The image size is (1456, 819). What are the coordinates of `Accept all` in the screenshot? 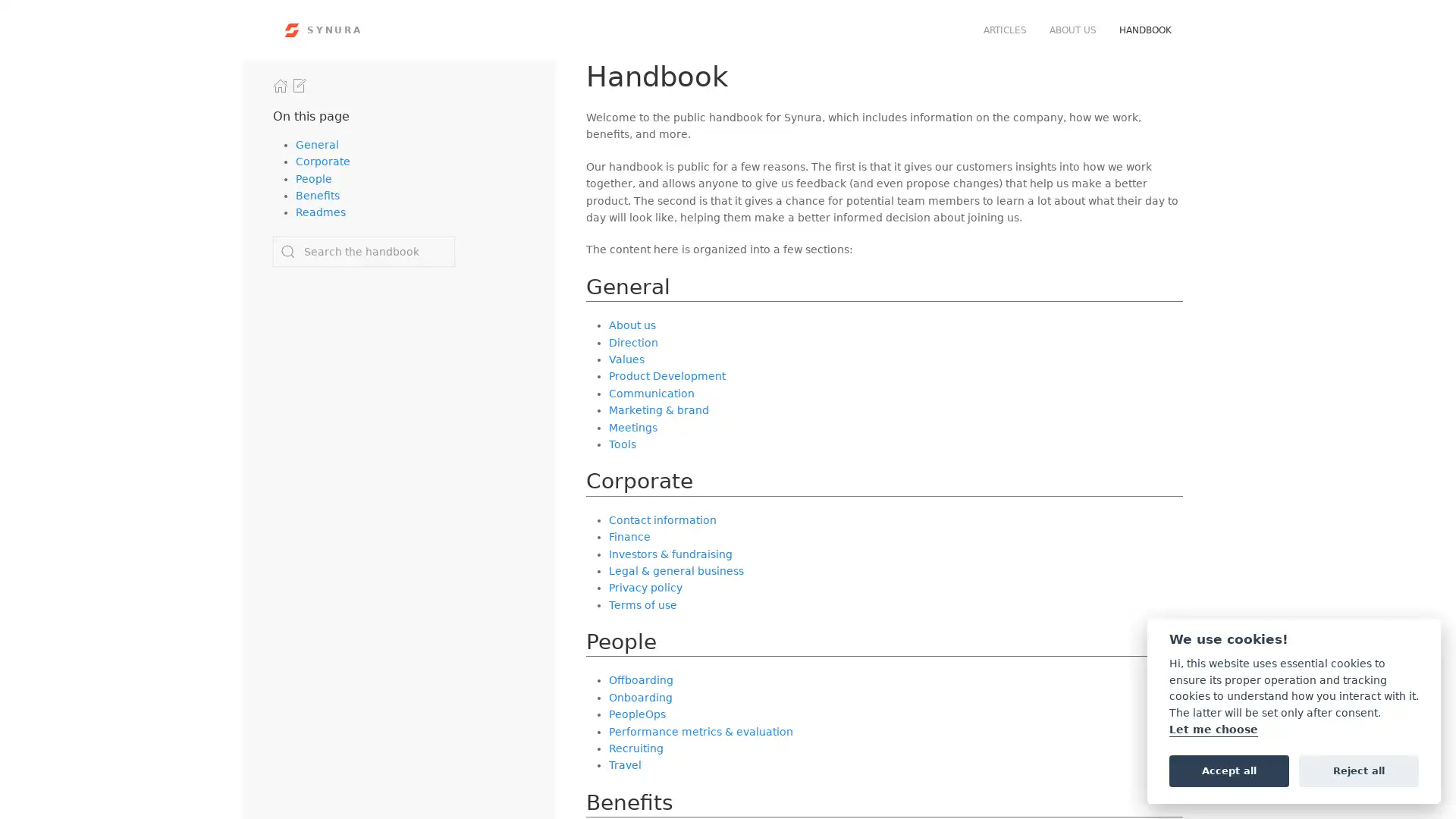 It's located at (1228, 770).